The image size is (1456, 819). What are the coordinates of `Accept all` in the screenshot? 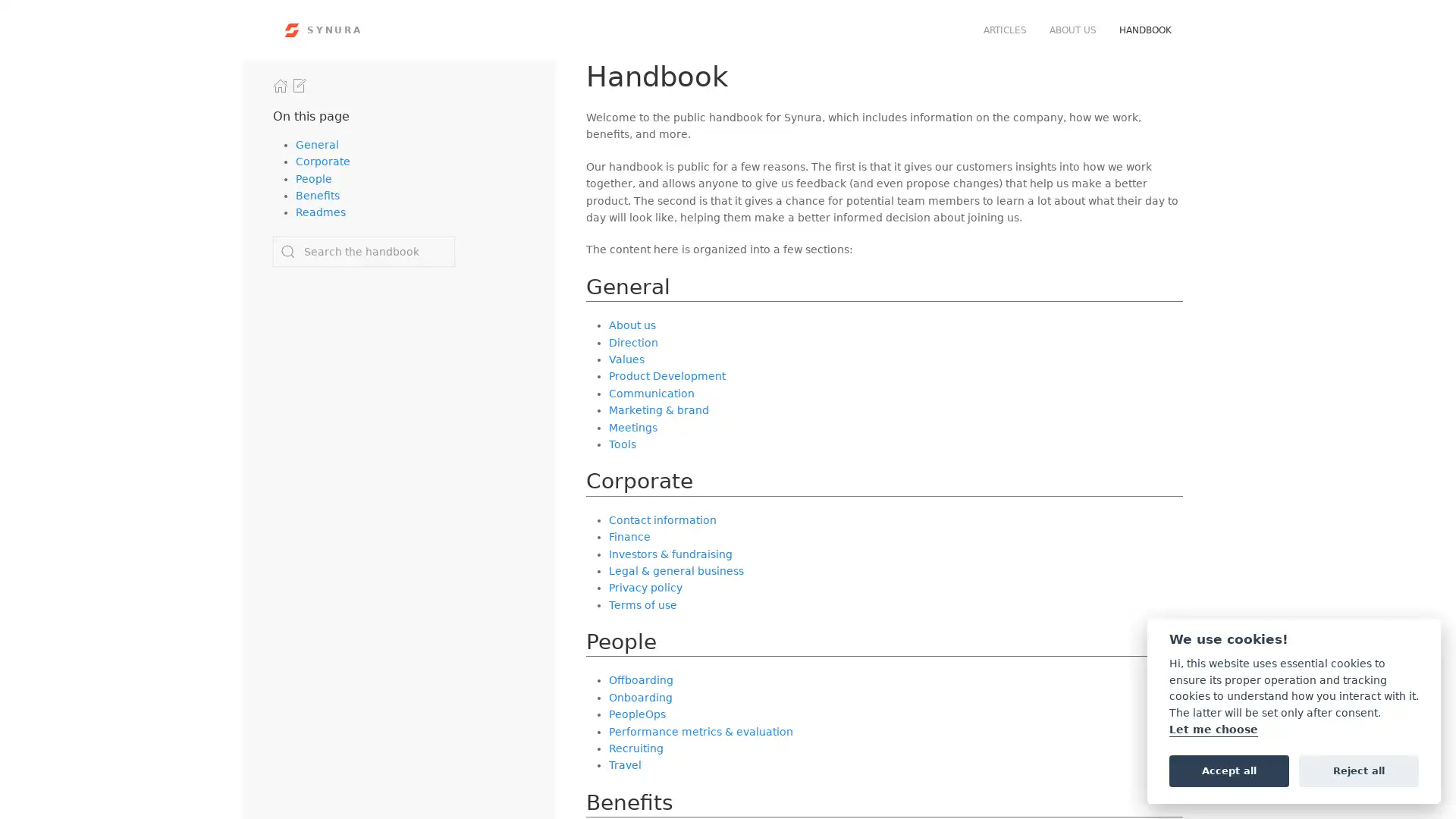 It's located at (1228, 770).